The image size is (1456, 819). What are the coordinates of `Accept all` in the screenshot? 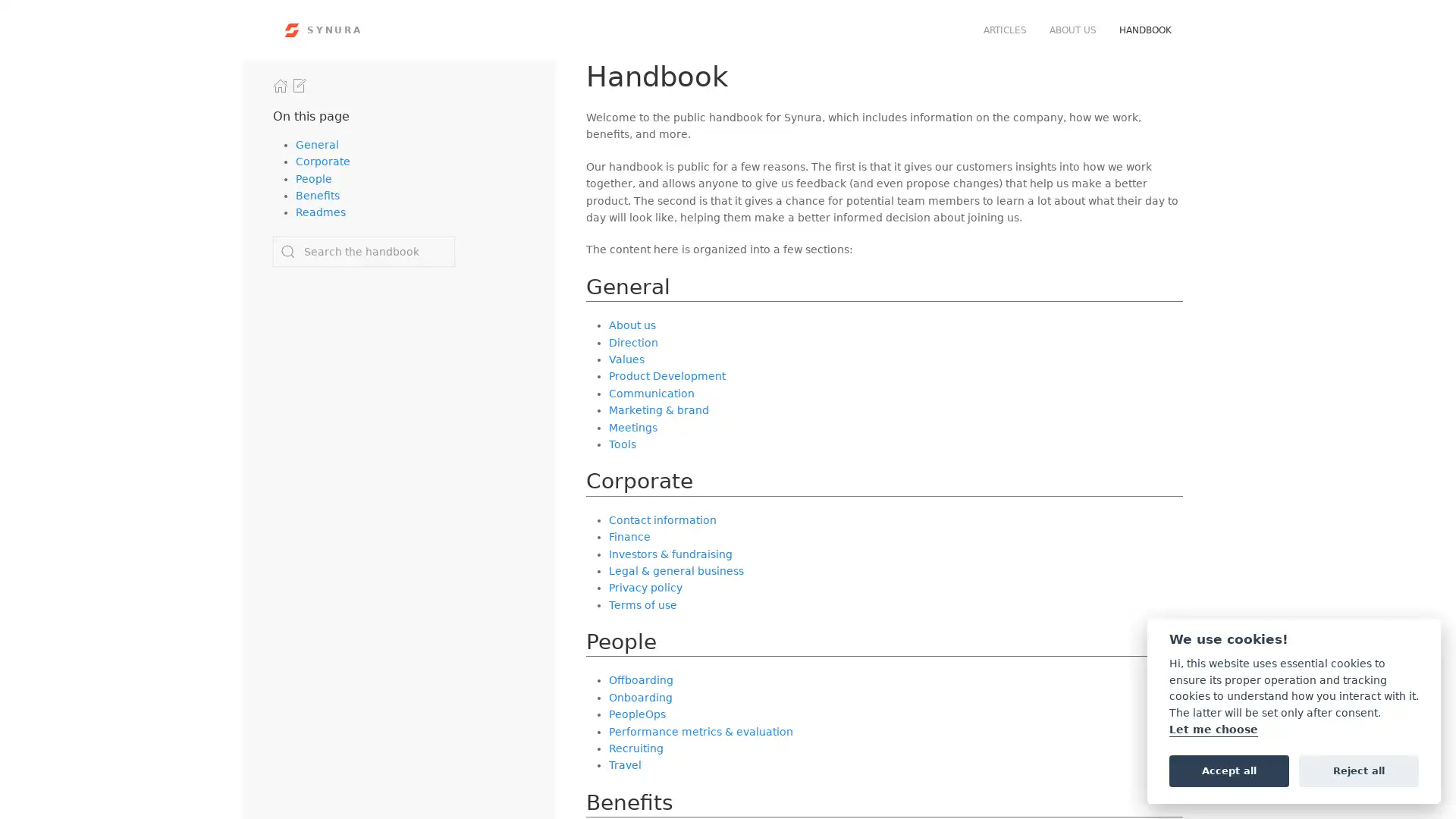 It's located at (1228, 770).